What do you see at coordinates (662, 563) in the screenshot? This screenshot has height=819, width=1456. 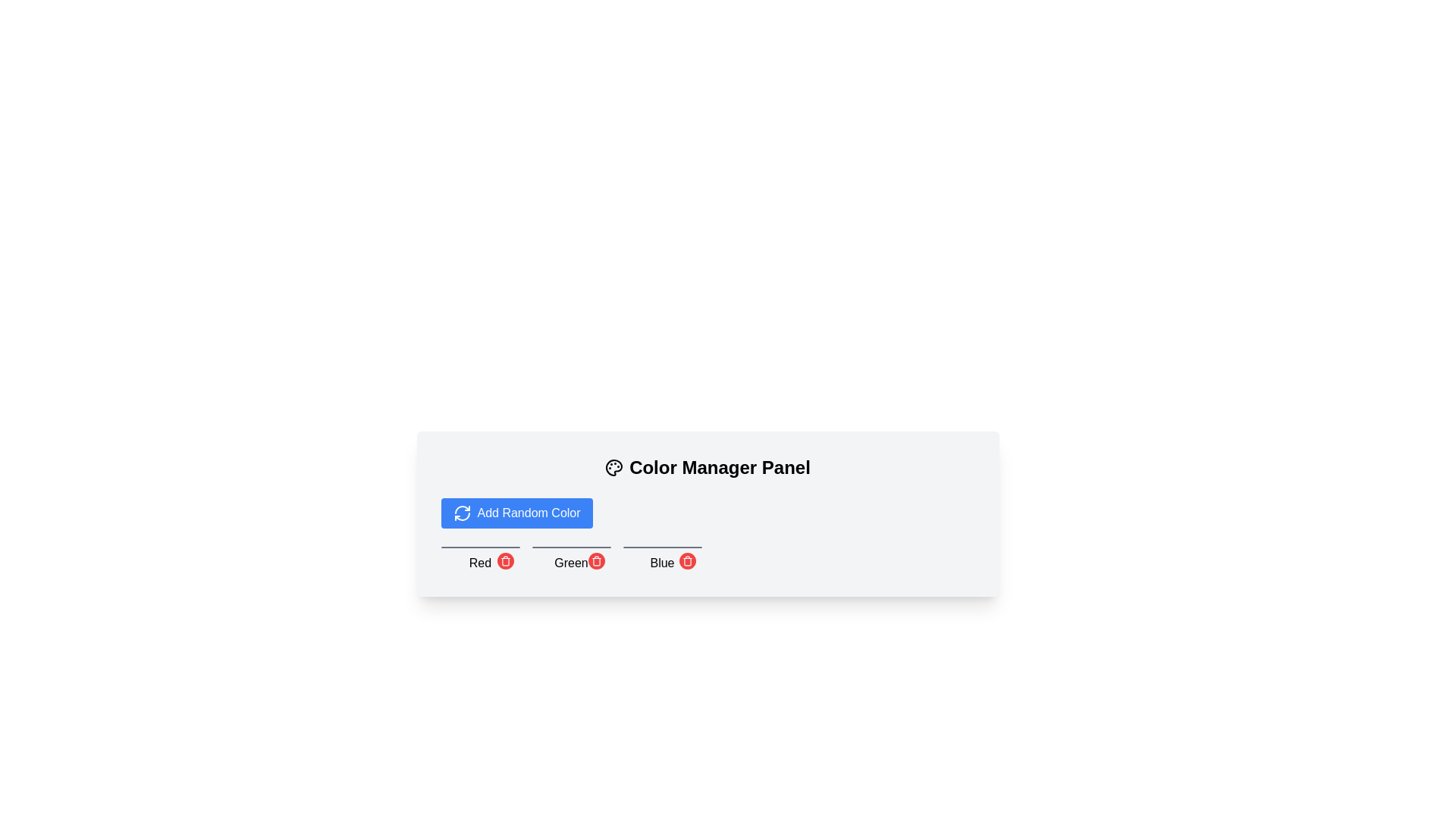 I see `the text label displaying 'Blue', which is centered and positioned below a blue circular button` at bounding box center [662, 563].